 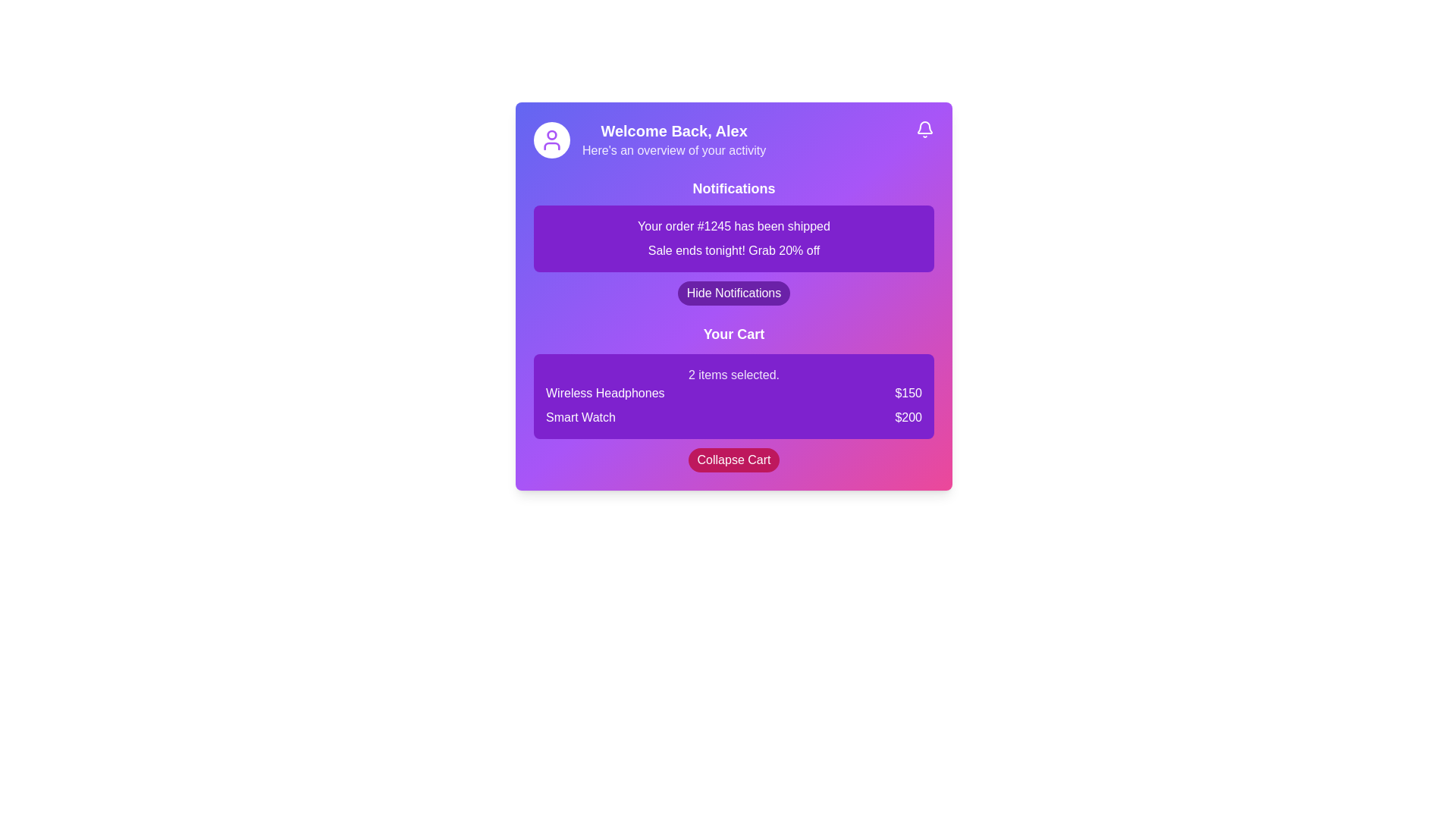 I want to click on the text label displaying '$150' in bold white font against a purple background, located in the 'Your Cart' section next to 'Wireless Headphones', so click(x=908, y=393).